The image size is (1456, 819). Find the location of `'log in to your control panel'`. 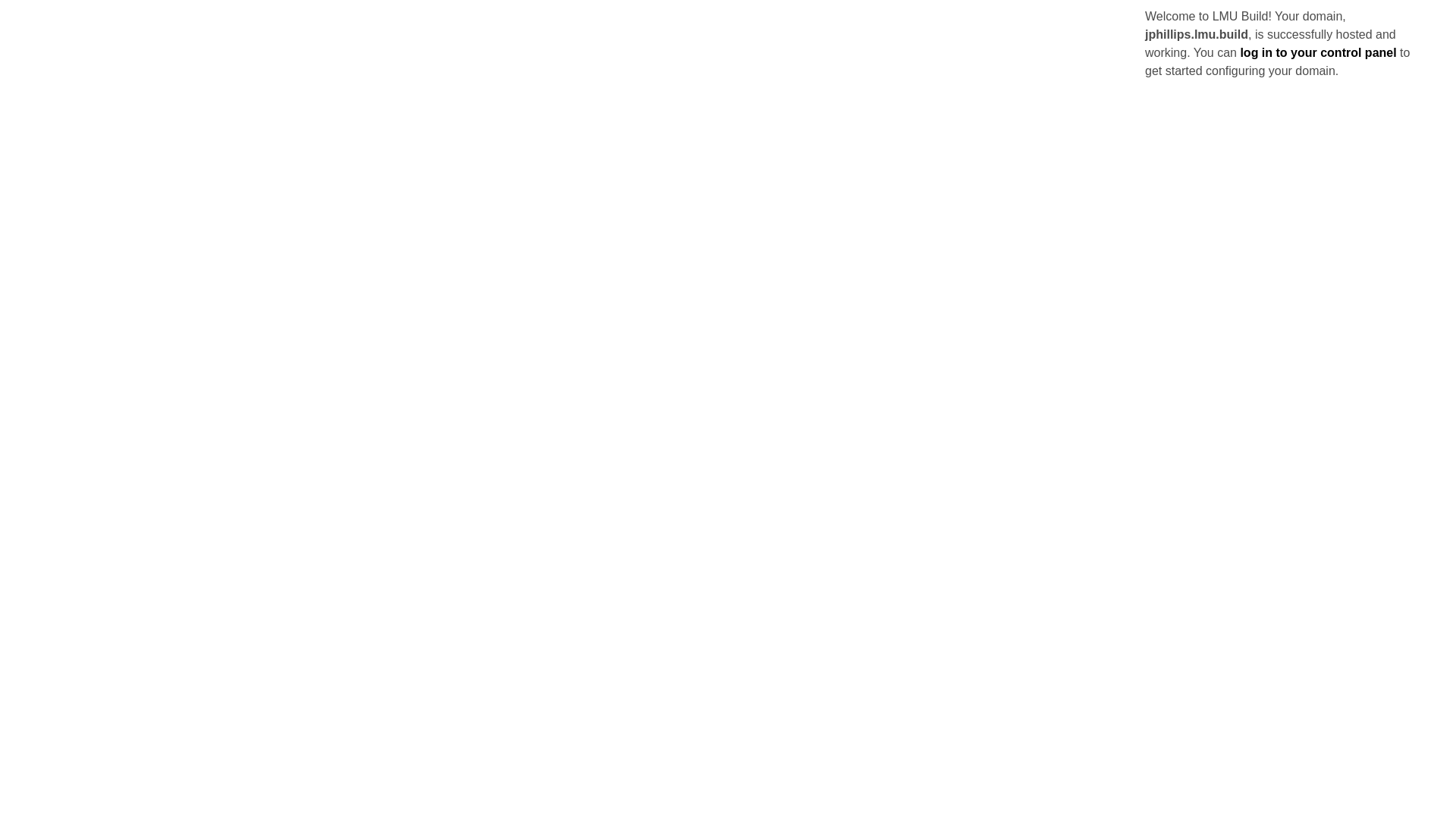

'log in to your control panel' is located at coordinates (1316, 52).